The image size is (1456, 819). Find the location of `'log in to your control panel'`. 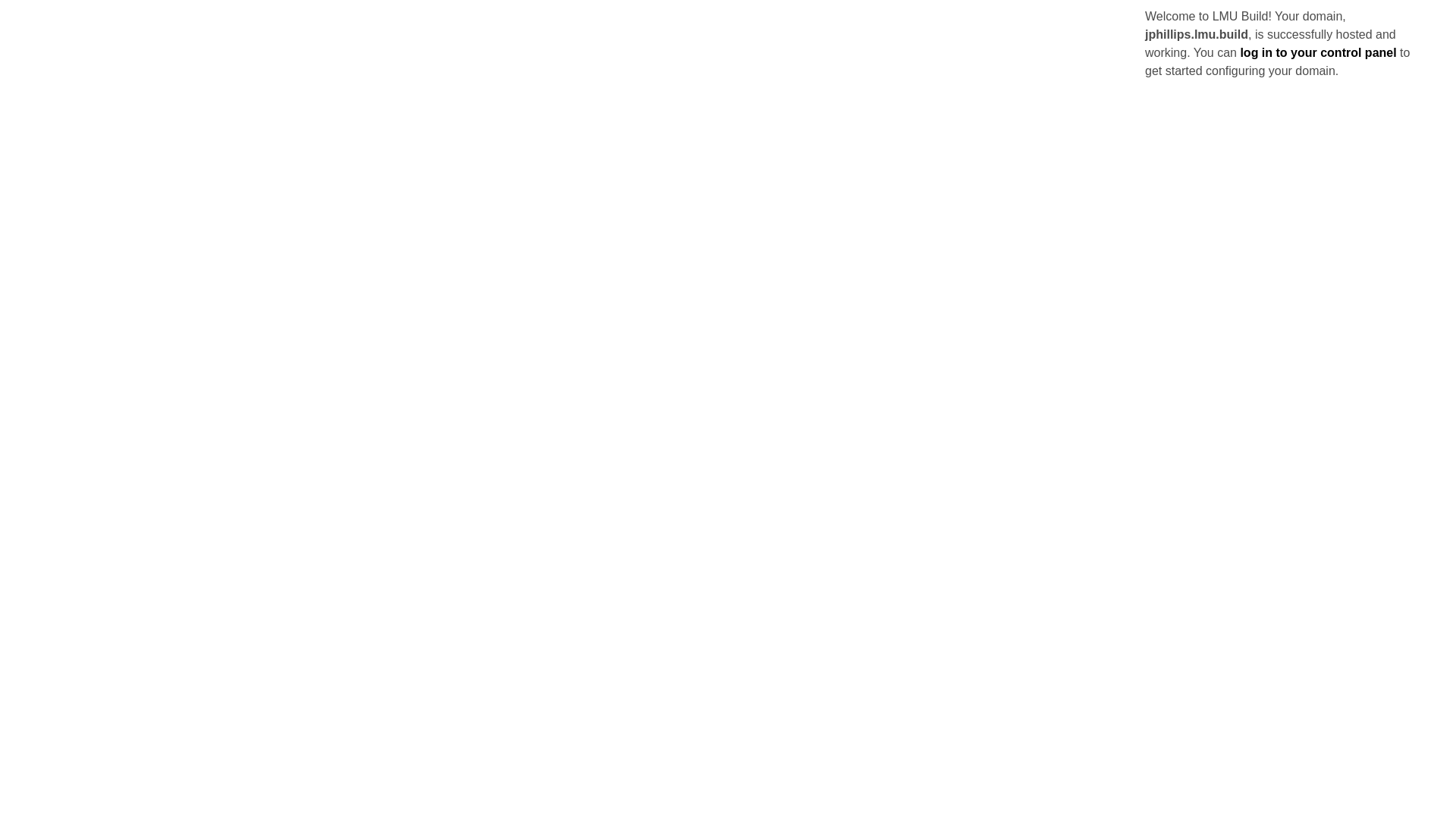

'log in to your control panel' is located at coordinates (1316, 52).